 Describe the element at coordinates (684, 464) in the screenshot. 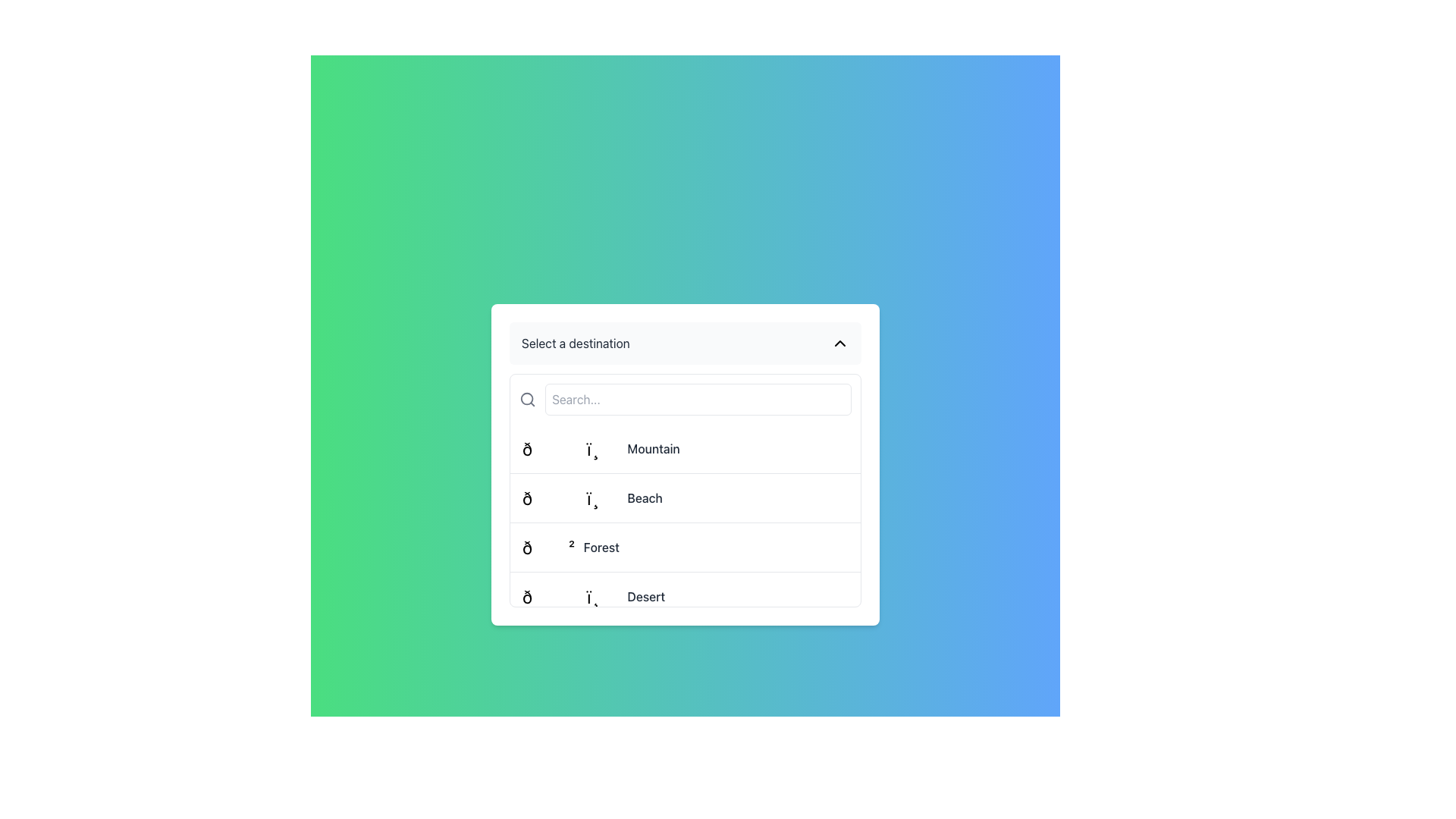

I see `the option in the 'Select a destination' dropdown menu` at that location.